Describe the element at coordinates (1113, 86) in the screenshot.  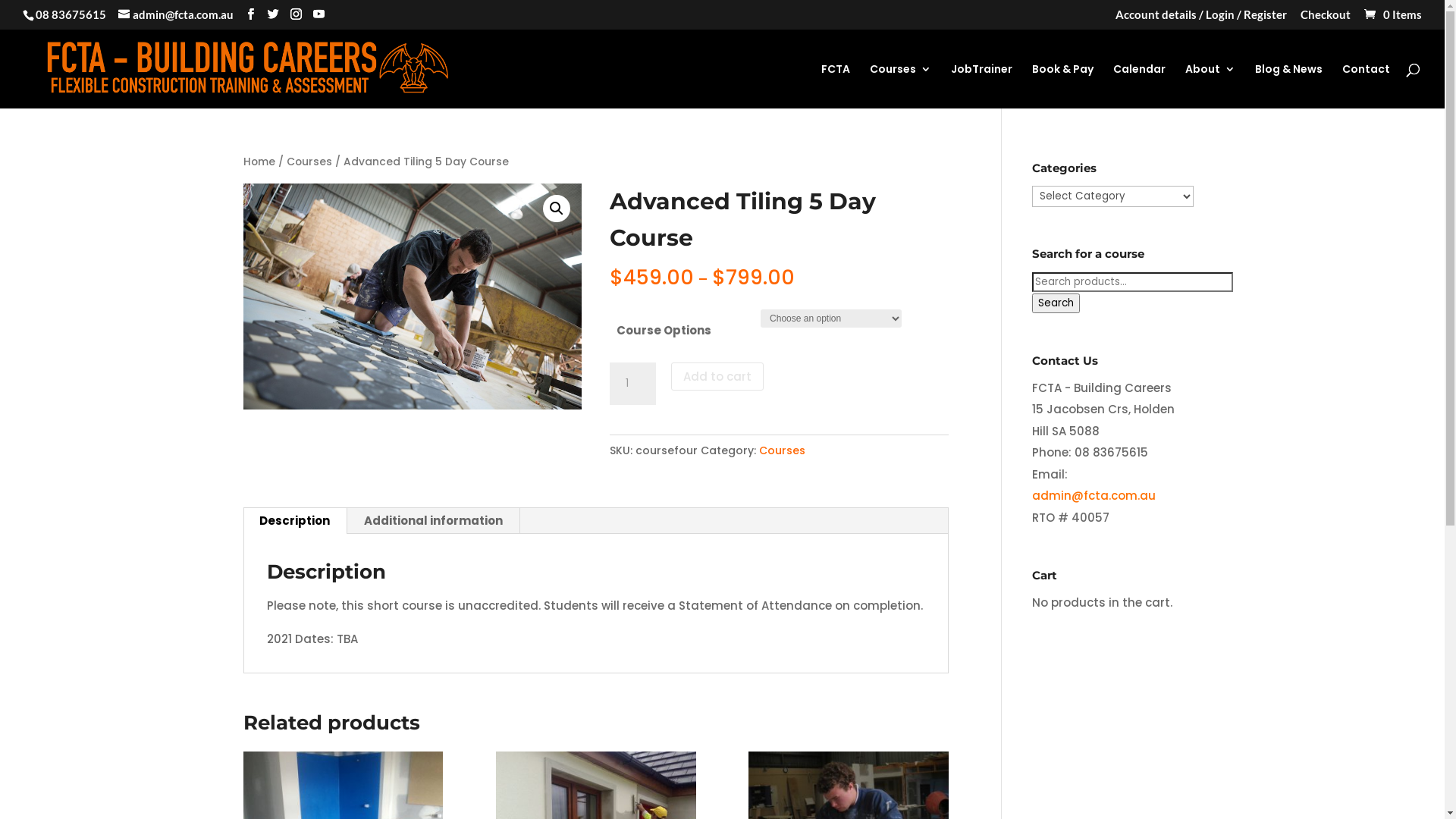
I see `'Calendar'` at that location.